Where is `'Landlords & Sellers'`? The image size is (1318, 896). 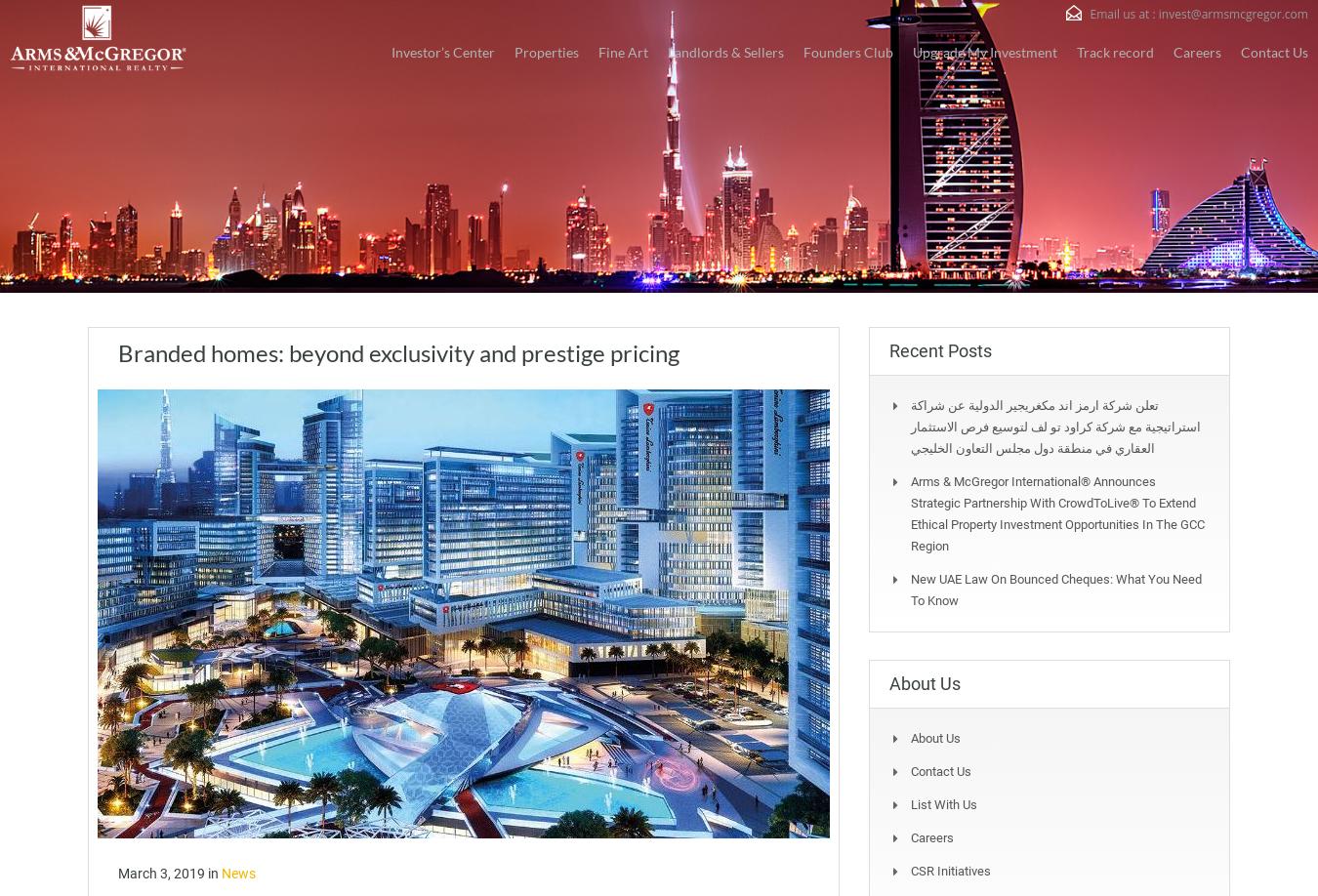 'Landlords & Sellers' is located at coordinates (724, 51).